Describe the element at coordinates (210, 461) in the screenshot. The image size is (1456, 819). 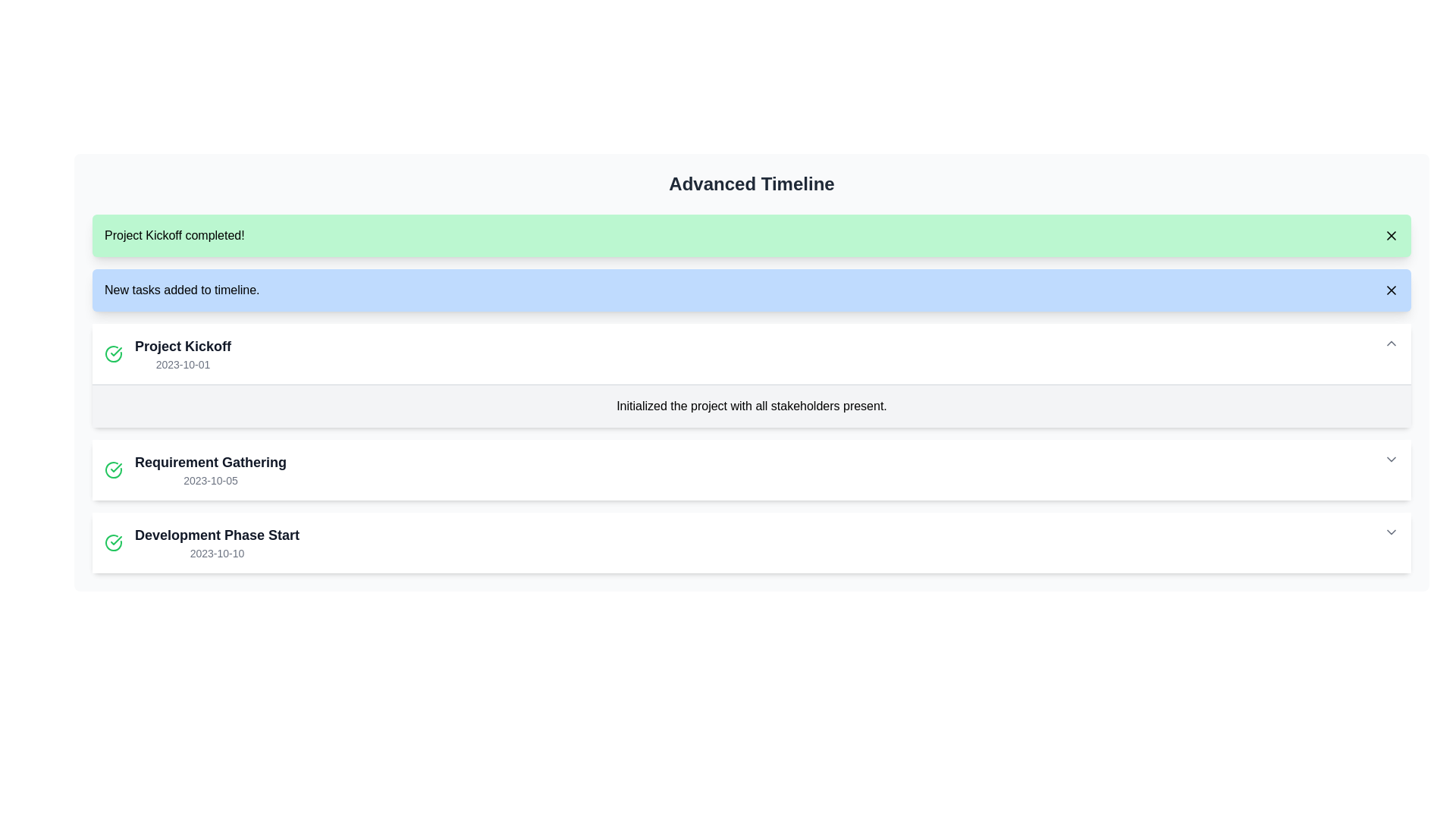
I see `the text label 'Requirement Gathering', which is styled in bold, large black font and is located in the second timeline entry, above the date '2023-10-05'` at that location.